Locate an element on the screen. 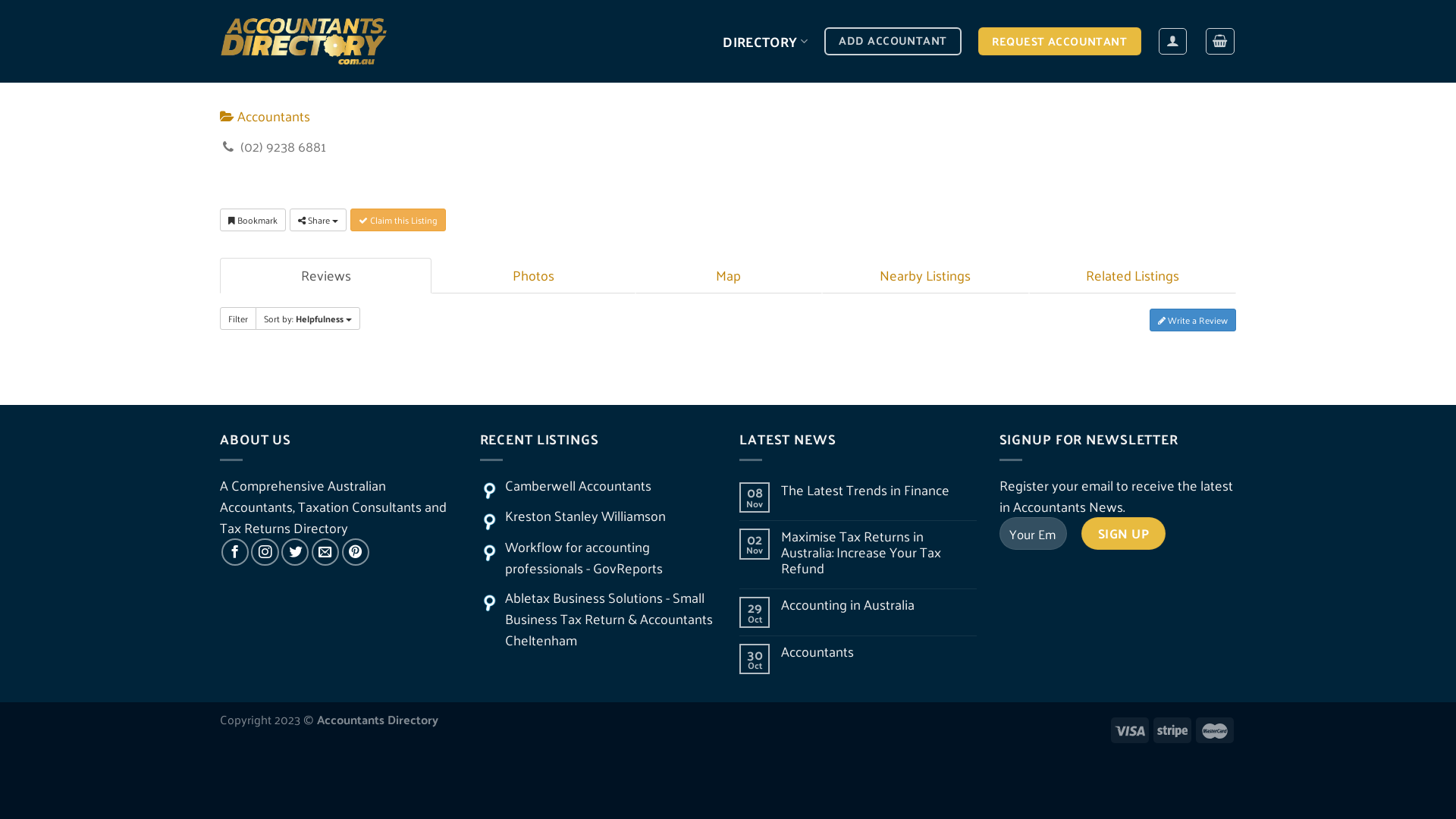  'Camberwell Accountants' is located at coordinates (577, 485).